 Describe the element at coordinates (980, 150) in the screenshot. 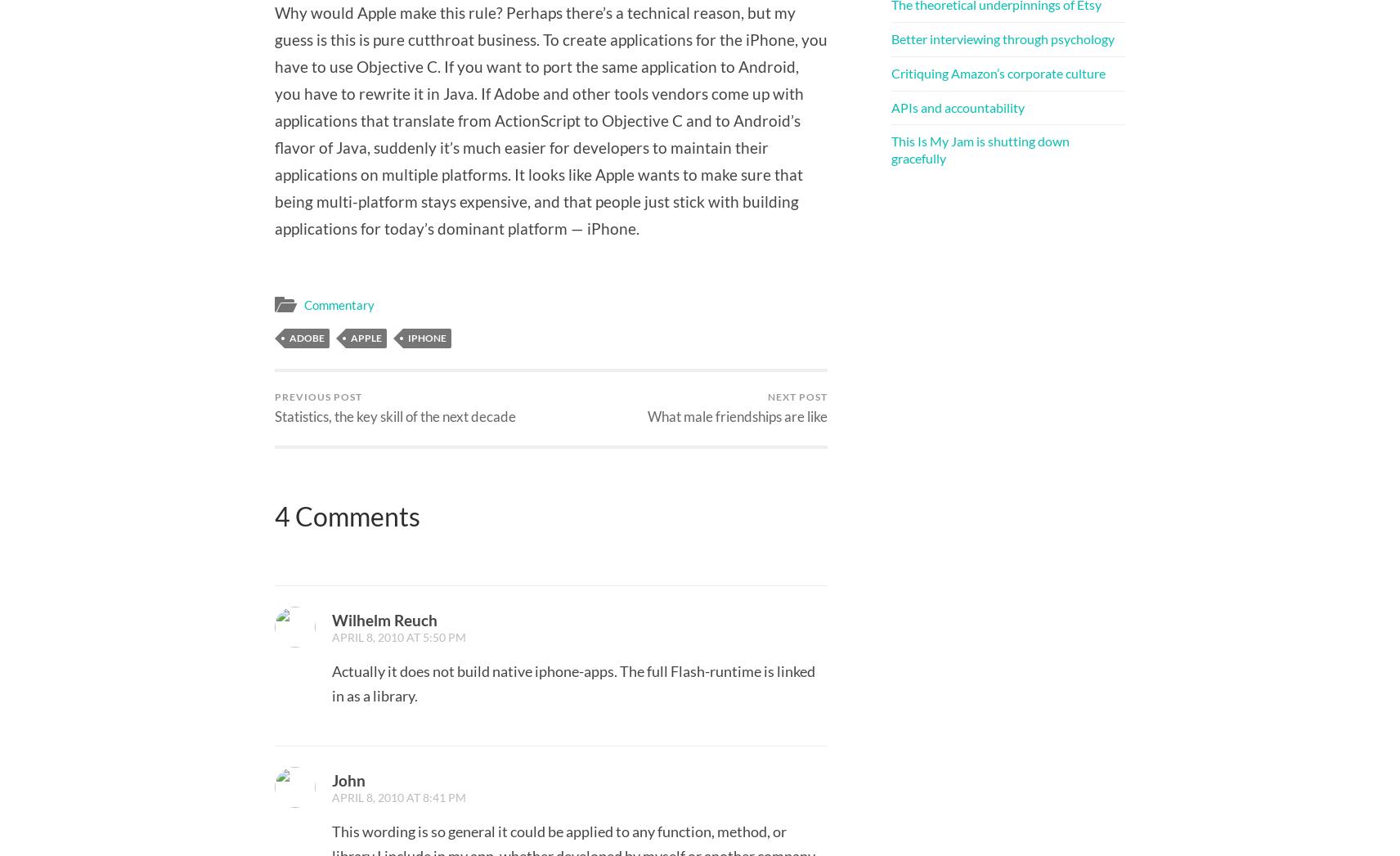

I see `'This Is My Jam is shutting down gracefully'` at that location.